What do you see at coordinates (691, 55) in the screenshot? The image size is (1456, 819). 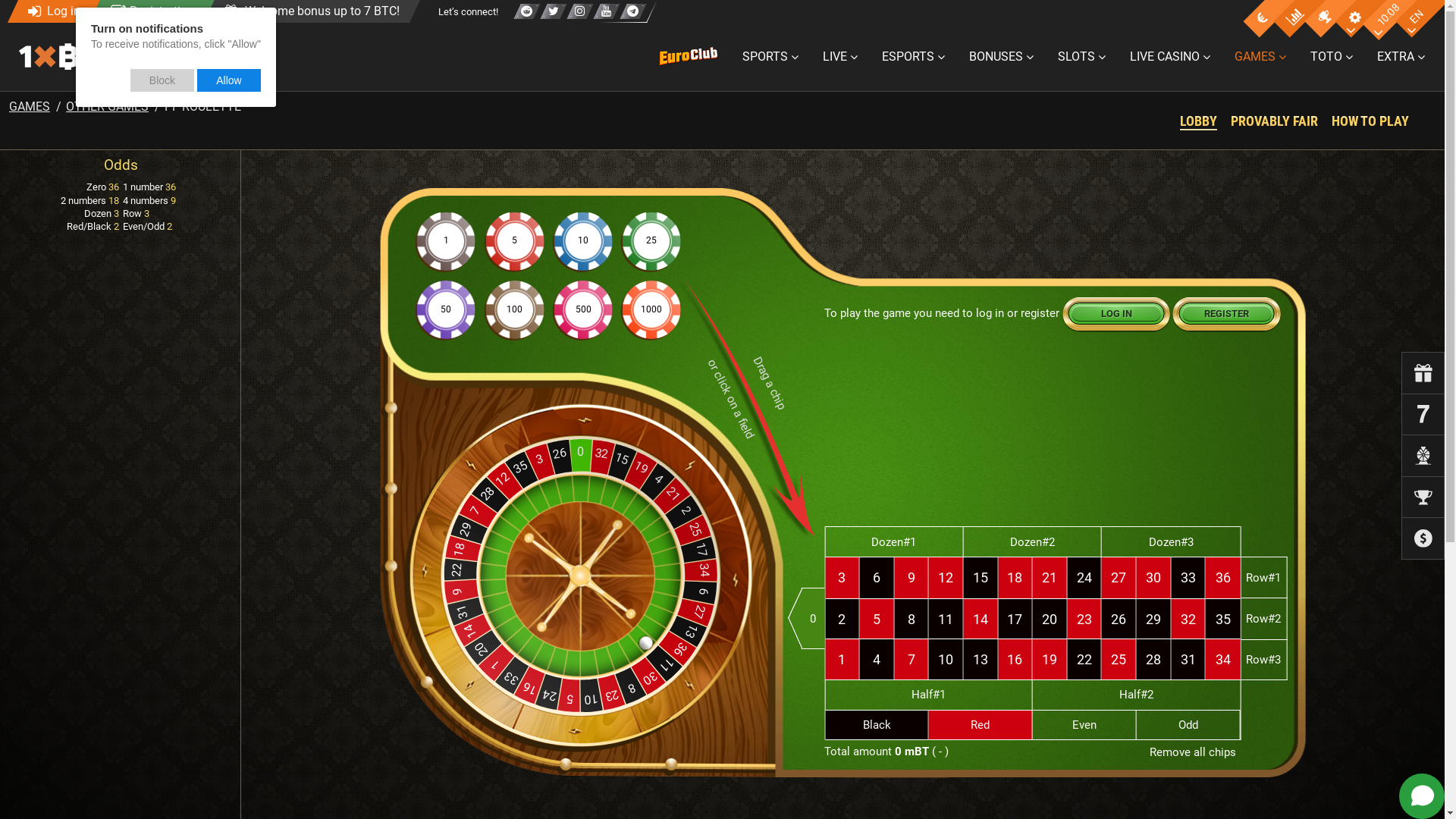 I see `'EuroClub'` at bounding box center [691, 55].